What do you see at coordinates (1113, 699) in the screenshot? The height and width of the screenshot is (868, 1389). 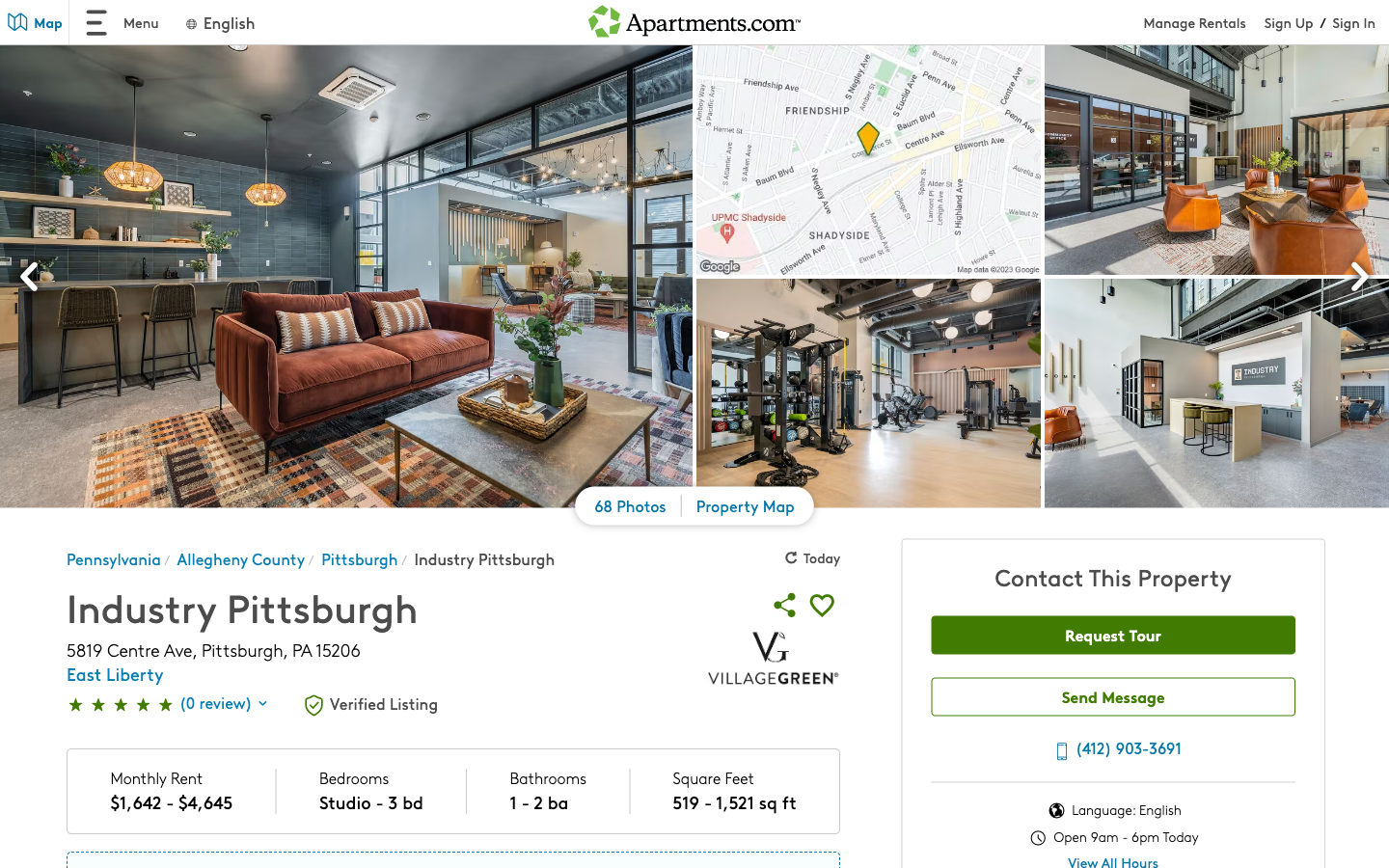 I see `Compose a message saying "hello" and press send` at bounding box center [1113, 699].